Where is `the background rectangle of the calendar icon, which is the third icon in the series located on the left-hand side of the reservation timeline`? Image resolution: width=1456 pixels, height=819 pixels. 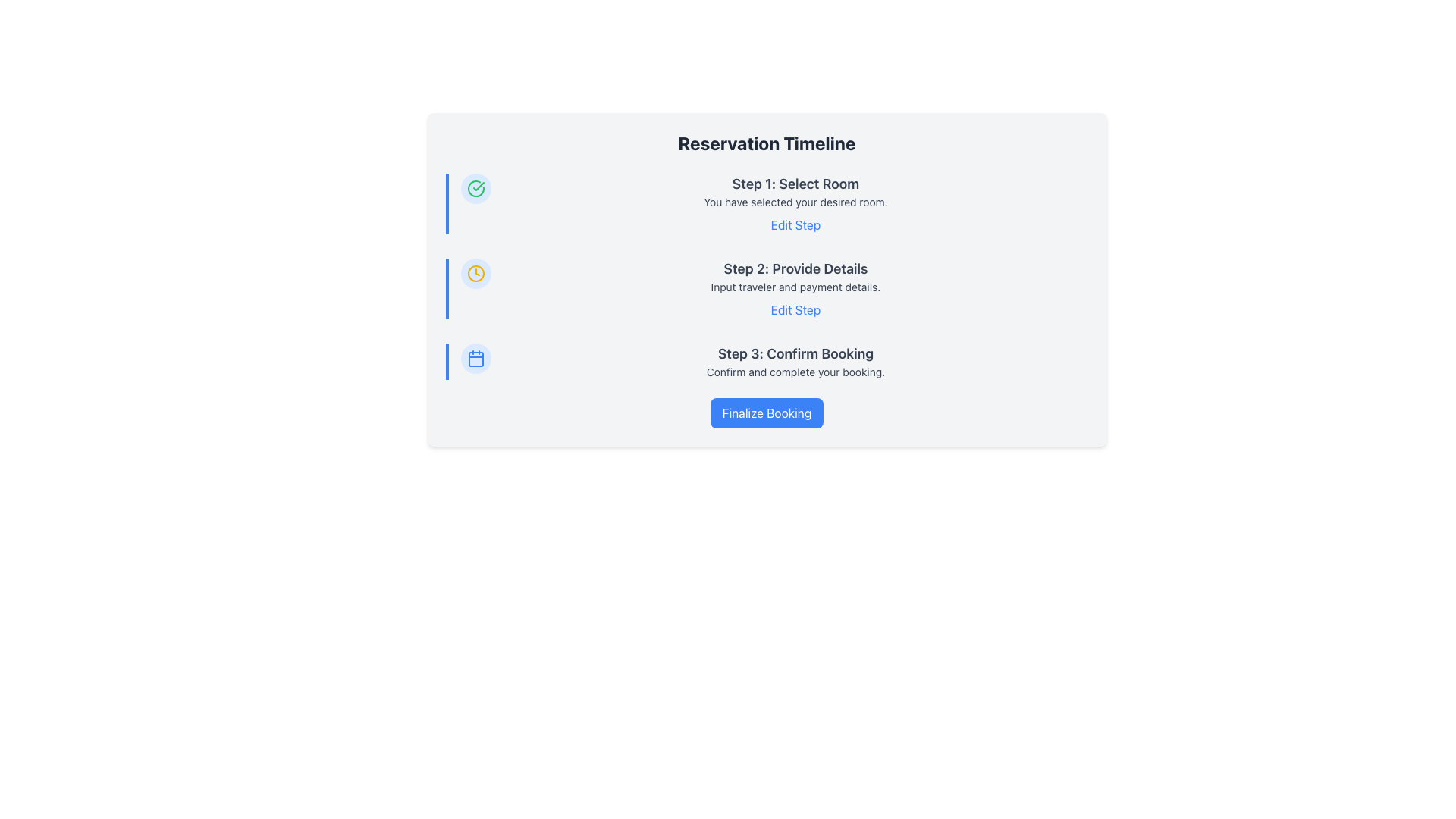 the background rectangle of the calendar icon, which is the third icon in the series located on the left-hand side of the reservation timeline is located at coordinates (475, 359).